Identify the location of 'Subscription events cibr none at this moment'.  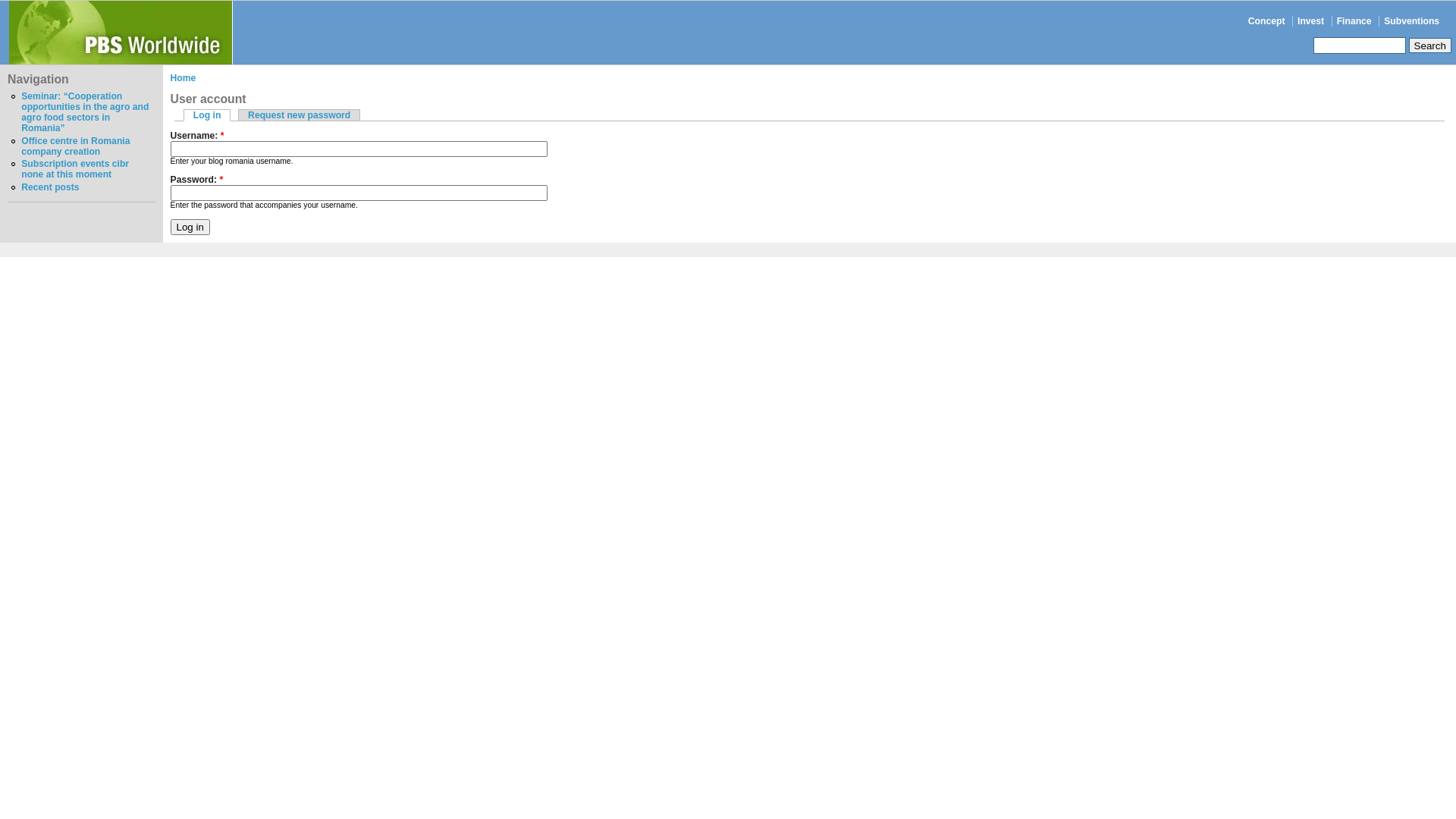
(74, 169).